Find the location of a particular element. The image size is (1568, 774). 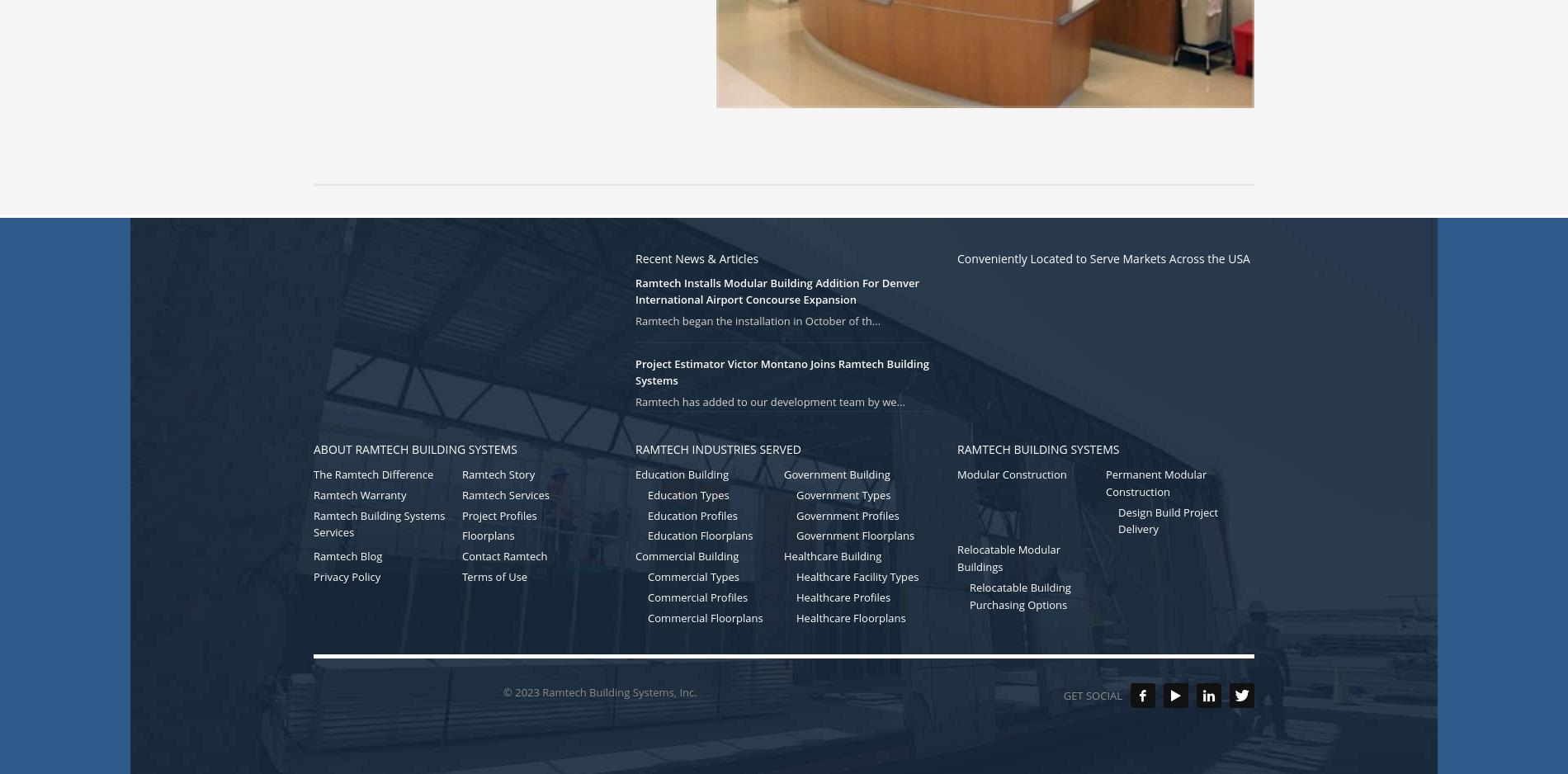

'Terms of Use' is located at coordinates (494, 575).